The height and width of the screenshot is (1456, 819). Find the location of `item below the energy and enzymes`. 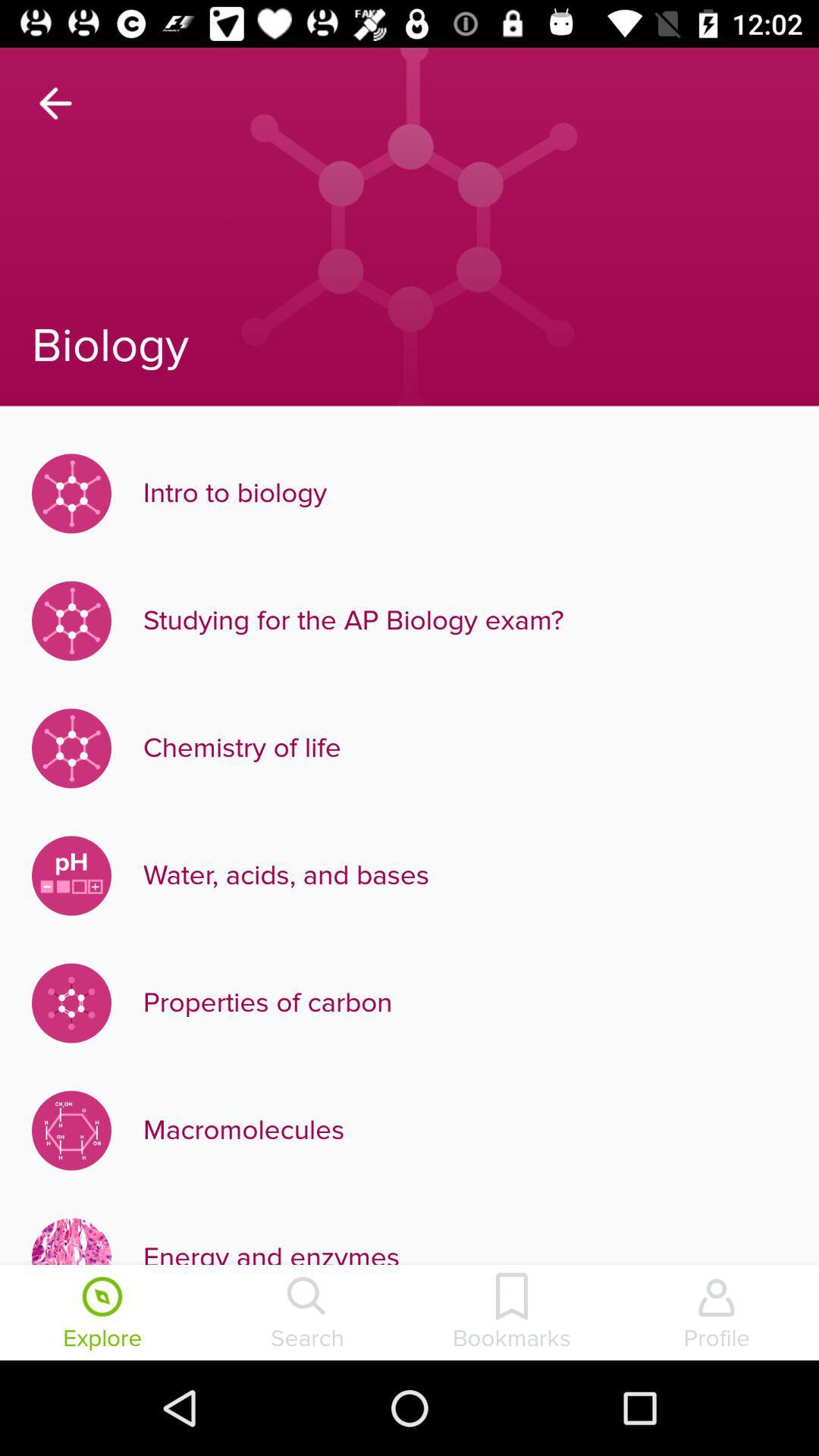

item below the energy and enzymes is located at coordinates (512, 1313).